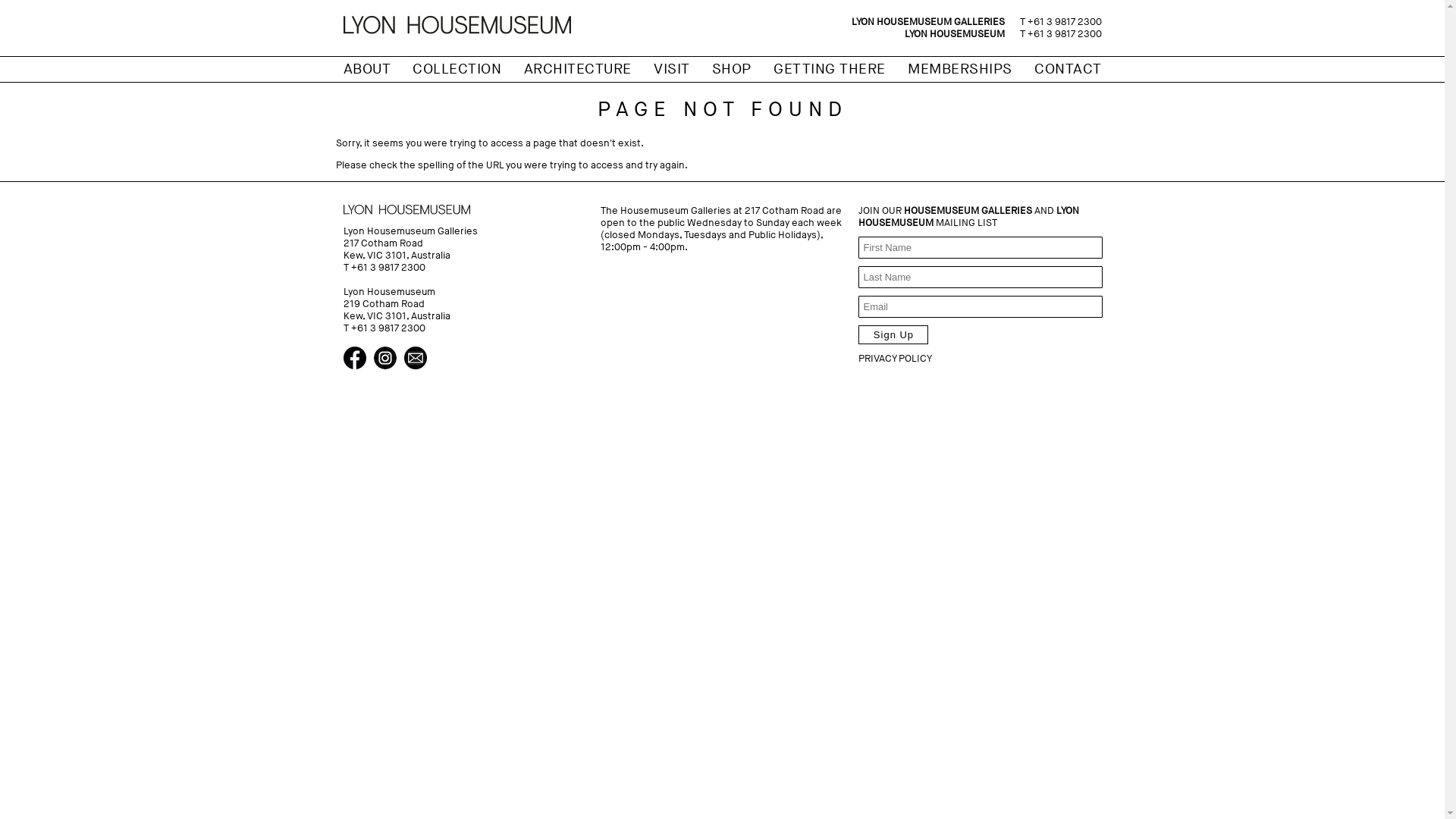 This screenshot has height=819, width=1456. I want to click on 'GETTING THERE', so click(829, 69).